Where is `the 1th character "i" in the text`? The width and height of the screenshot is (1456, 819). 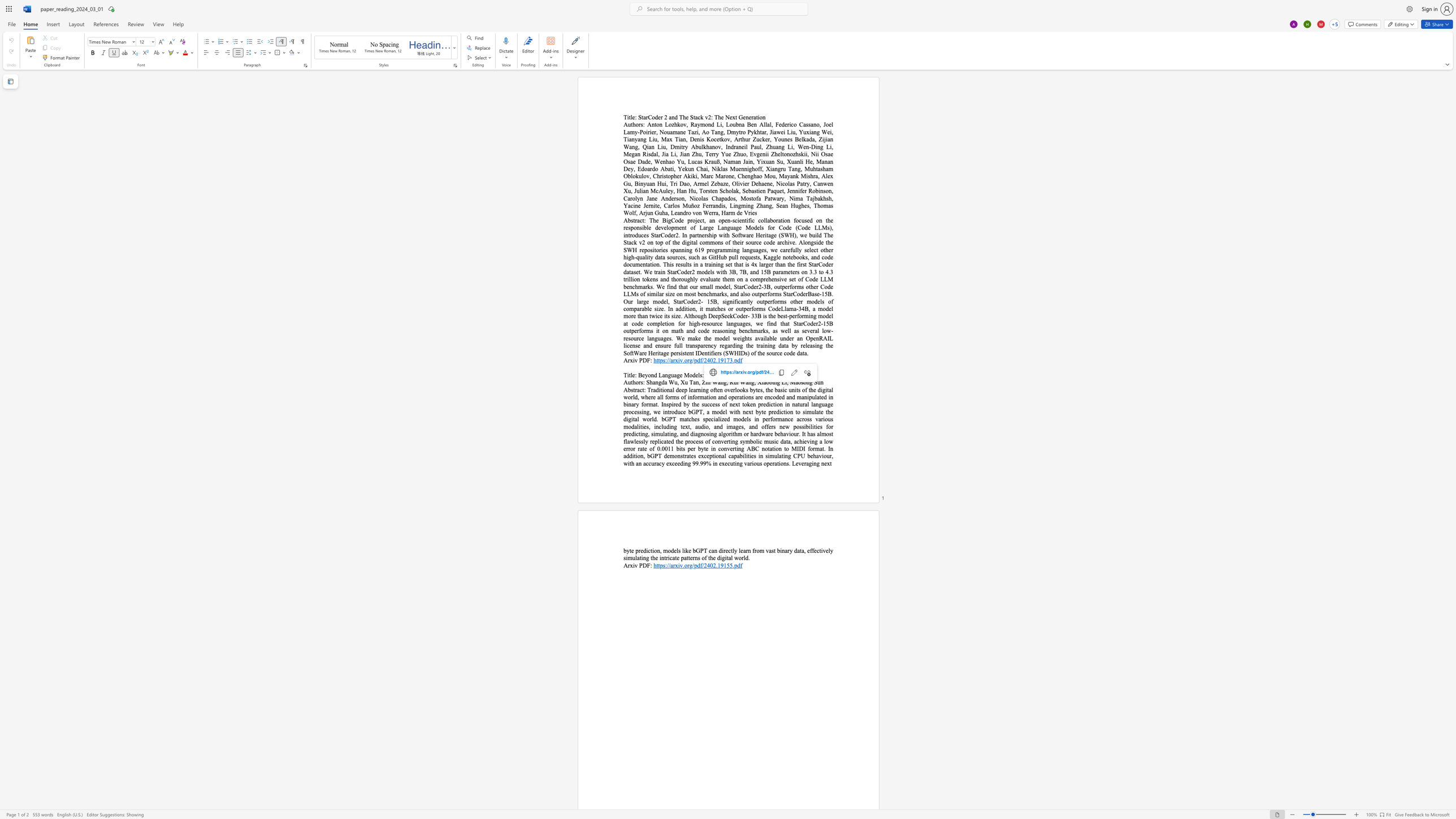
the 1th character "i" in the text is located at coordinates (762, 382).